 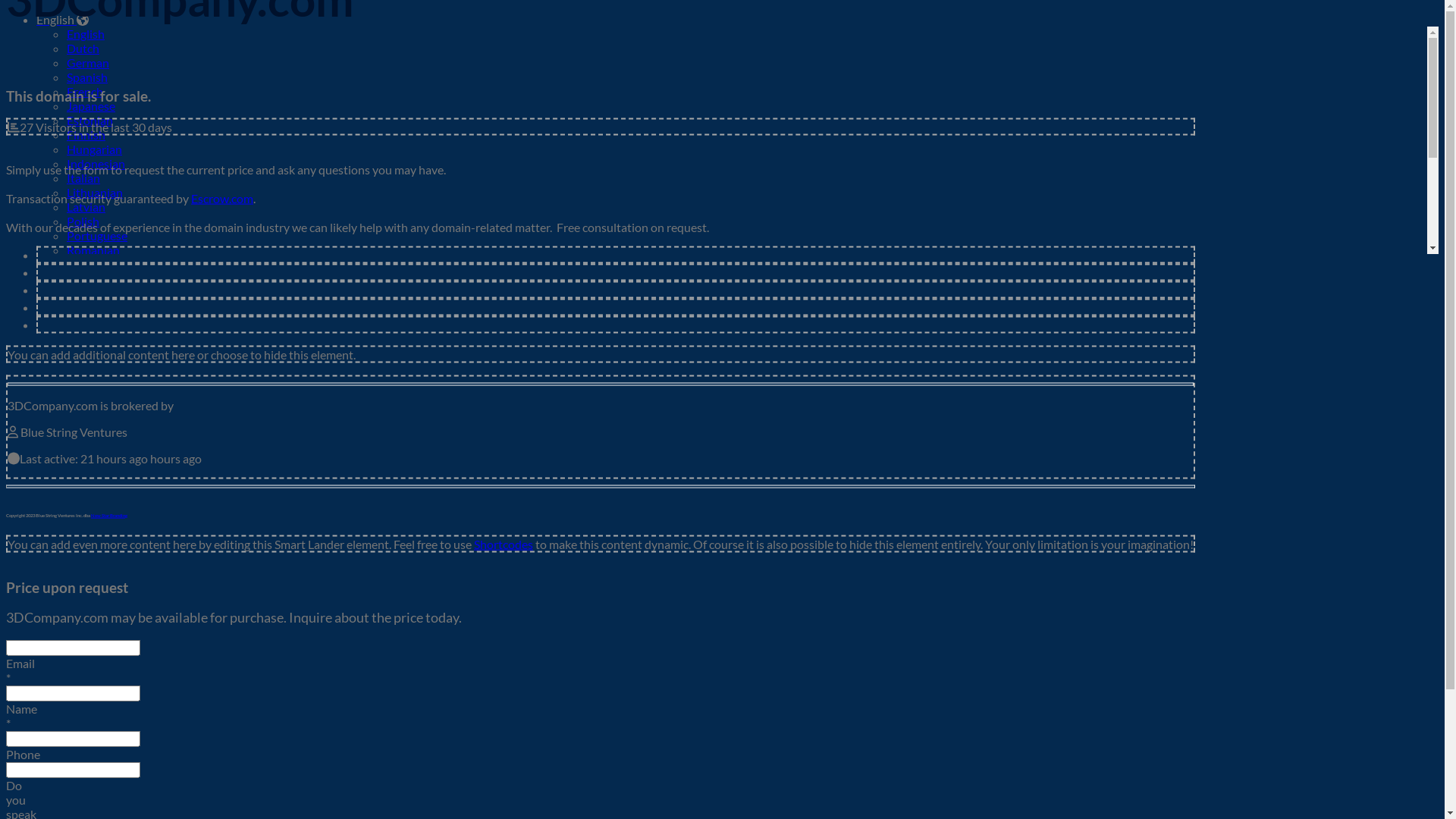 I want to click on 'Ukrainian', so click(x=91, y=335).